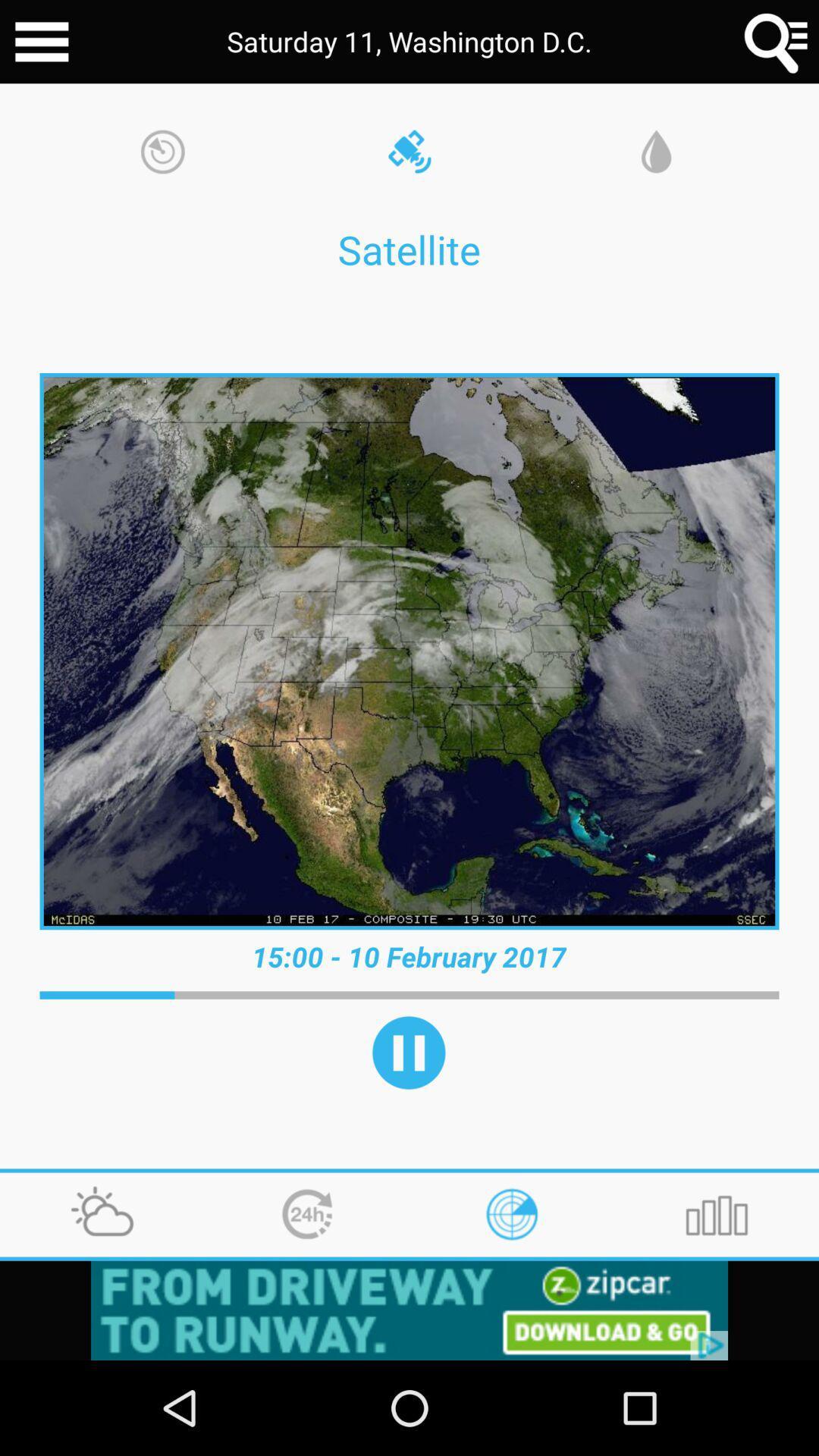  Describe the element at coordinates (409, 651) in the screenshot. I see `satellite picture` at that location.